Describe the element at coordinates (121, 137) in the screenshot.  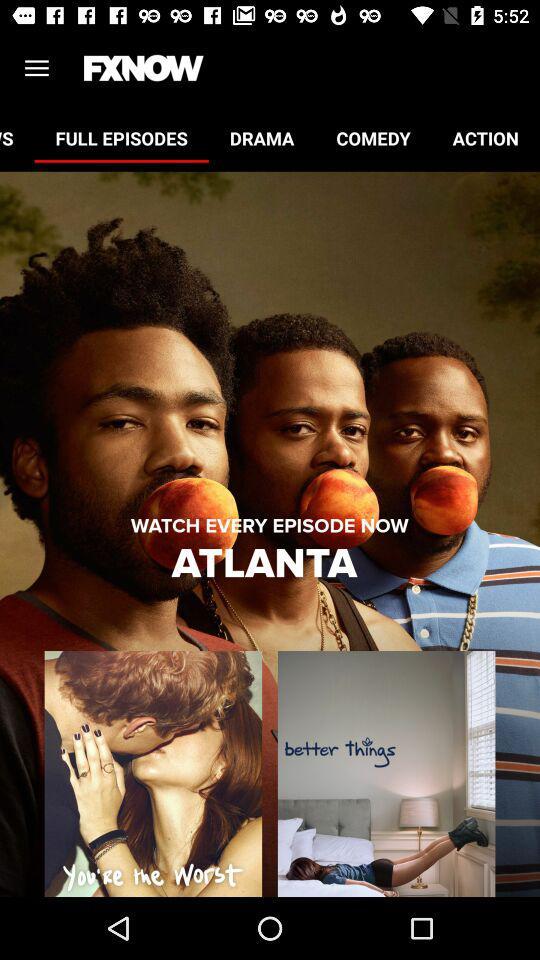
I see `the item next to the all shows` at that location.